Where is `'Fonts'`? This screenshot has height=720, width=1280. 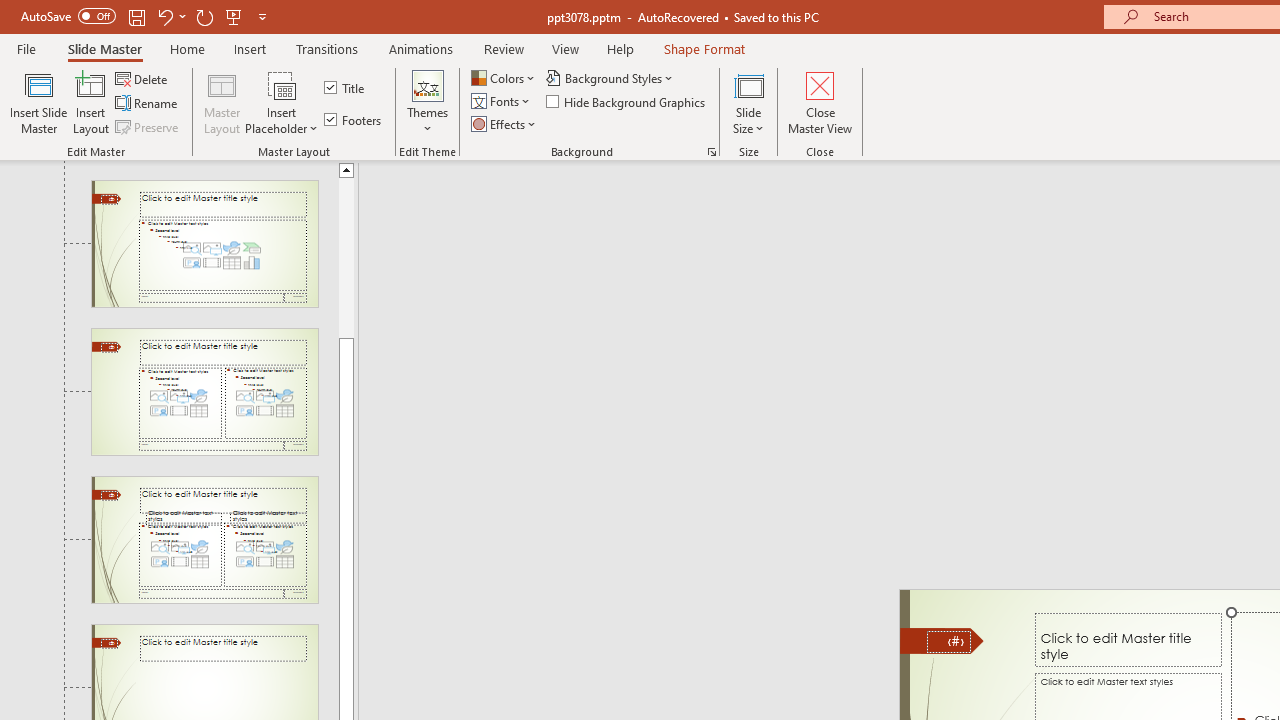 'Fonts' is located at coordinates (503, 101).